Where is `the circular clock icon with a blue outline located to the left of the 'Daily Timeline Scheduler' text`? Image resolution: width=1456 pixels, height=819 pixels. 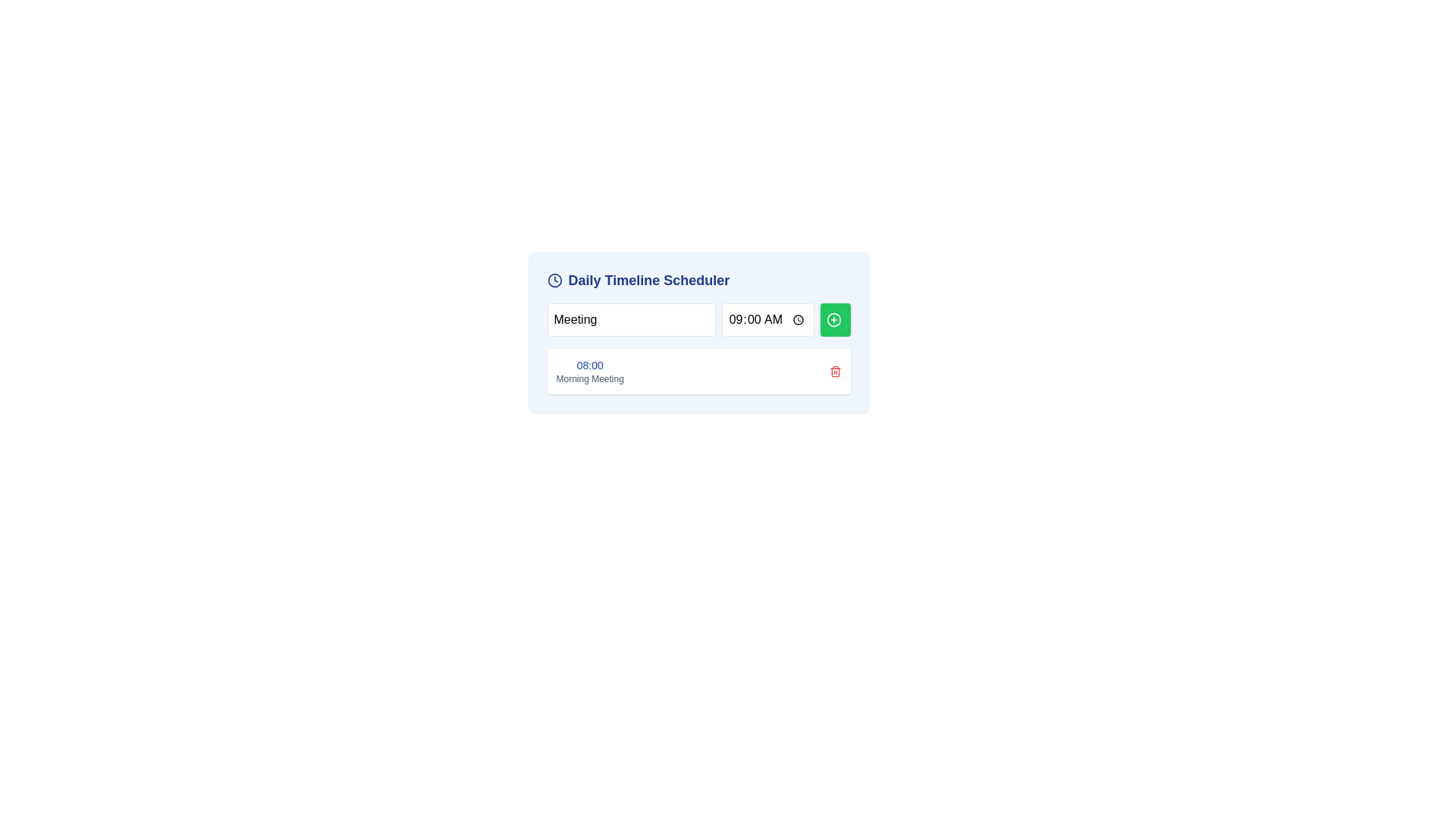 the circular clock icon with a blue outline located to the left of the 'Daily Timeline Scheduler' text is located at coordinates (554, 281).